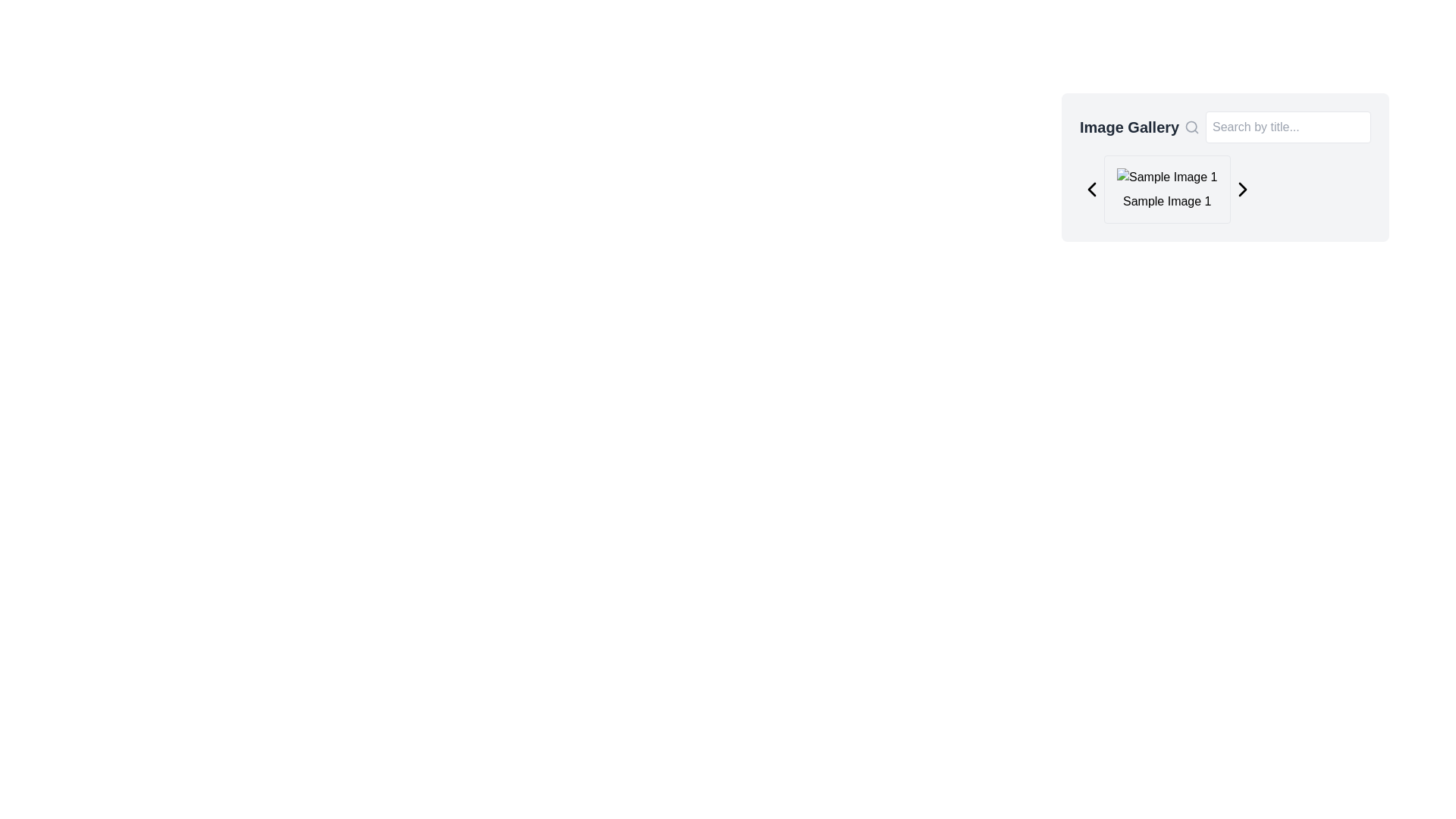 This screenshot has width=1456, height=819. Describe the element at coordinates (1242, 189) in the screenshot. I see `the right-facing chevron button located at the far right of the horizontal layout within the image gallery` at that location.